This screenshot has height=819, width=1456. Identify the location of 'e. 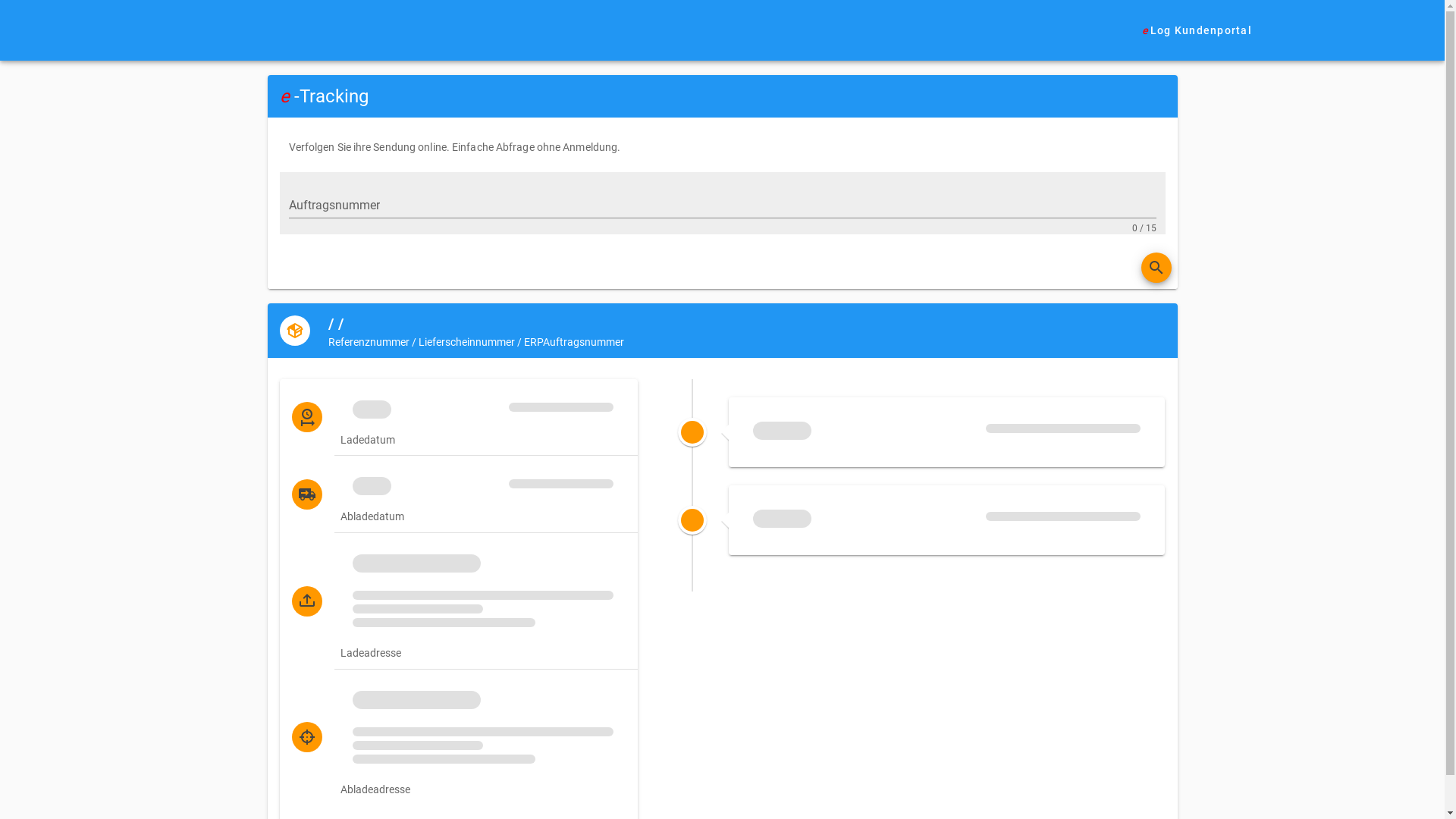
(1128, 30).